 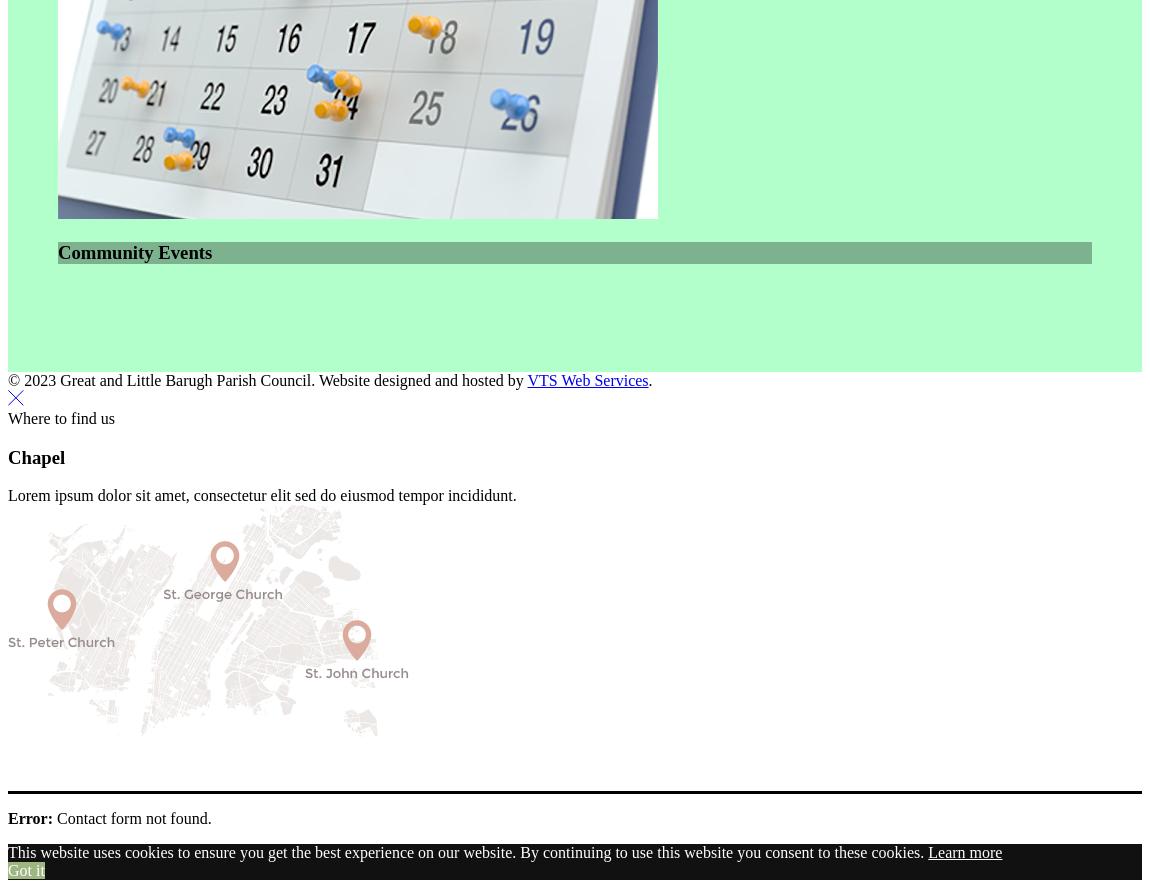 I want to click on '© 2023 Great and Little Barugh Parish Council. Website designed and hosted by', so click(x=266, y=379).